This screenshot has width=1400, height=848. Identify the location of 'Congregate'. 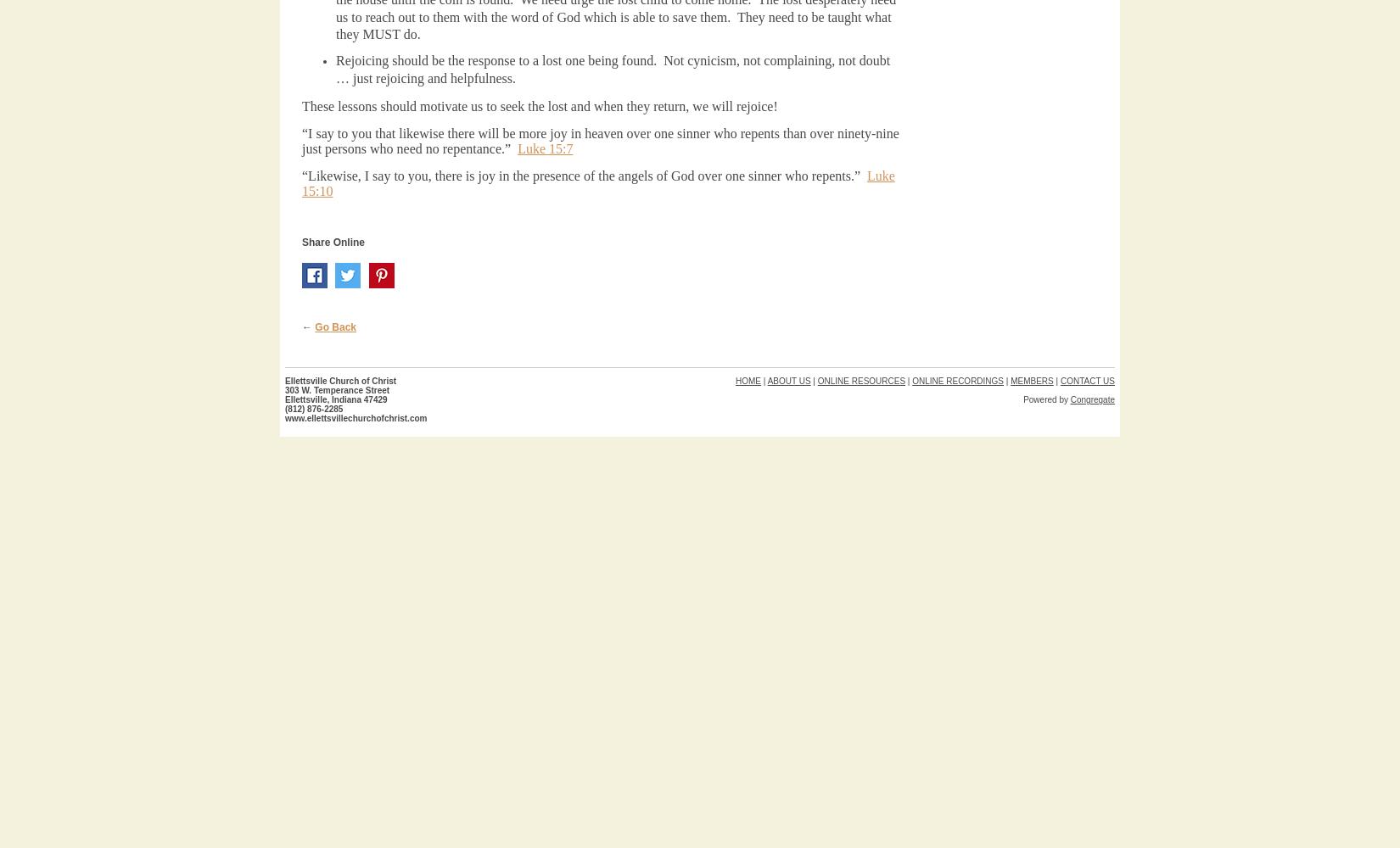
(1068, 399).